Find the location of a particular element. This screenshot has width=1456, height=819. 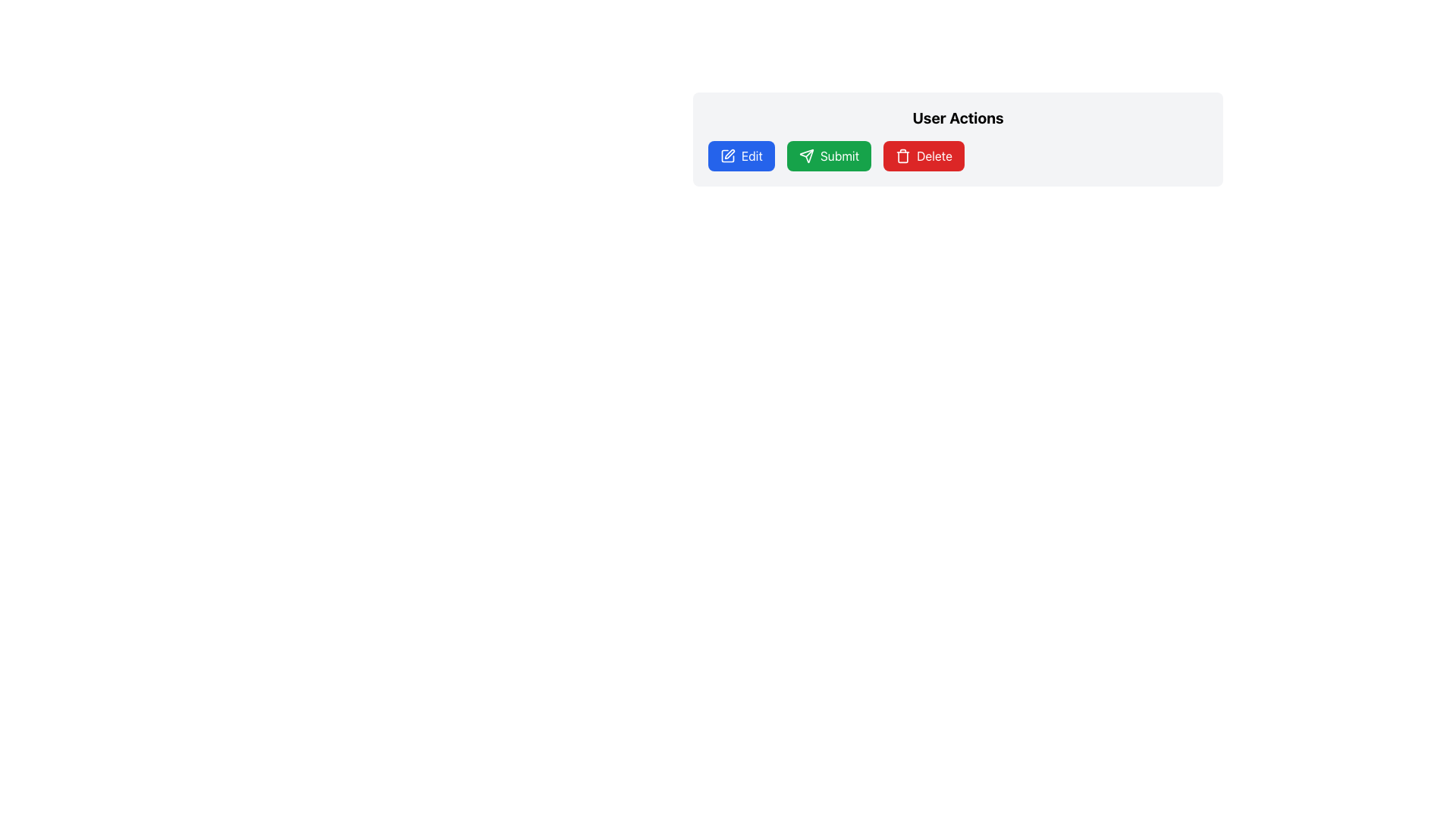

the paper airplane icon within the green 'Submit' button is located at coordinates (805, 155).